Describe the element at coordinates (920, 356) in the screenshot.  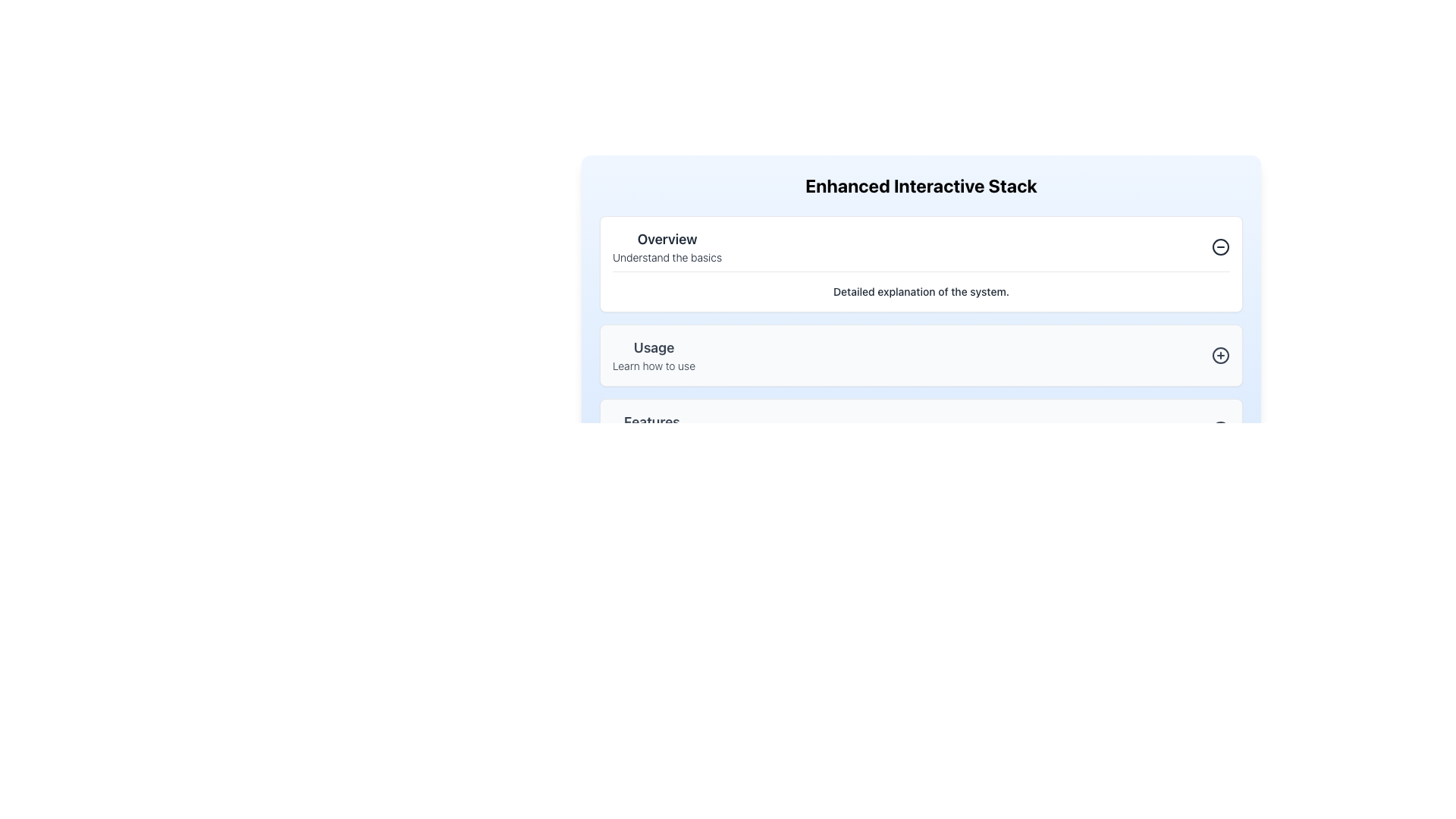
I see `the clickable section below 'Overview' and above 'Features'` at that location.